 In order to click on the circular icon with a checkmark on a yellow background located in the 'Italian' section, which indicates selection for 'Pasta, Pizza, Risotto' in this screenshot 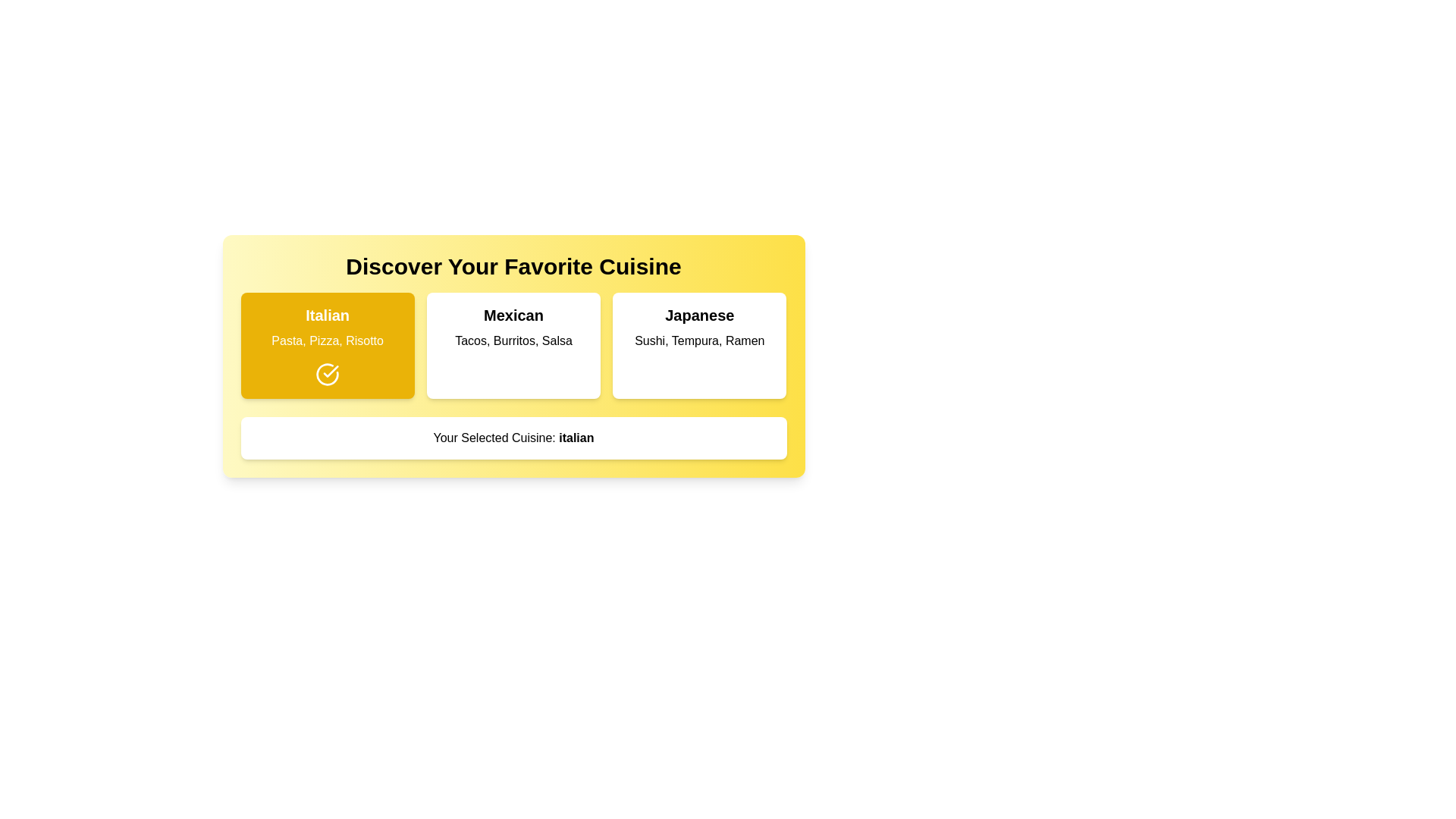, I will do `click(327, 374)`.